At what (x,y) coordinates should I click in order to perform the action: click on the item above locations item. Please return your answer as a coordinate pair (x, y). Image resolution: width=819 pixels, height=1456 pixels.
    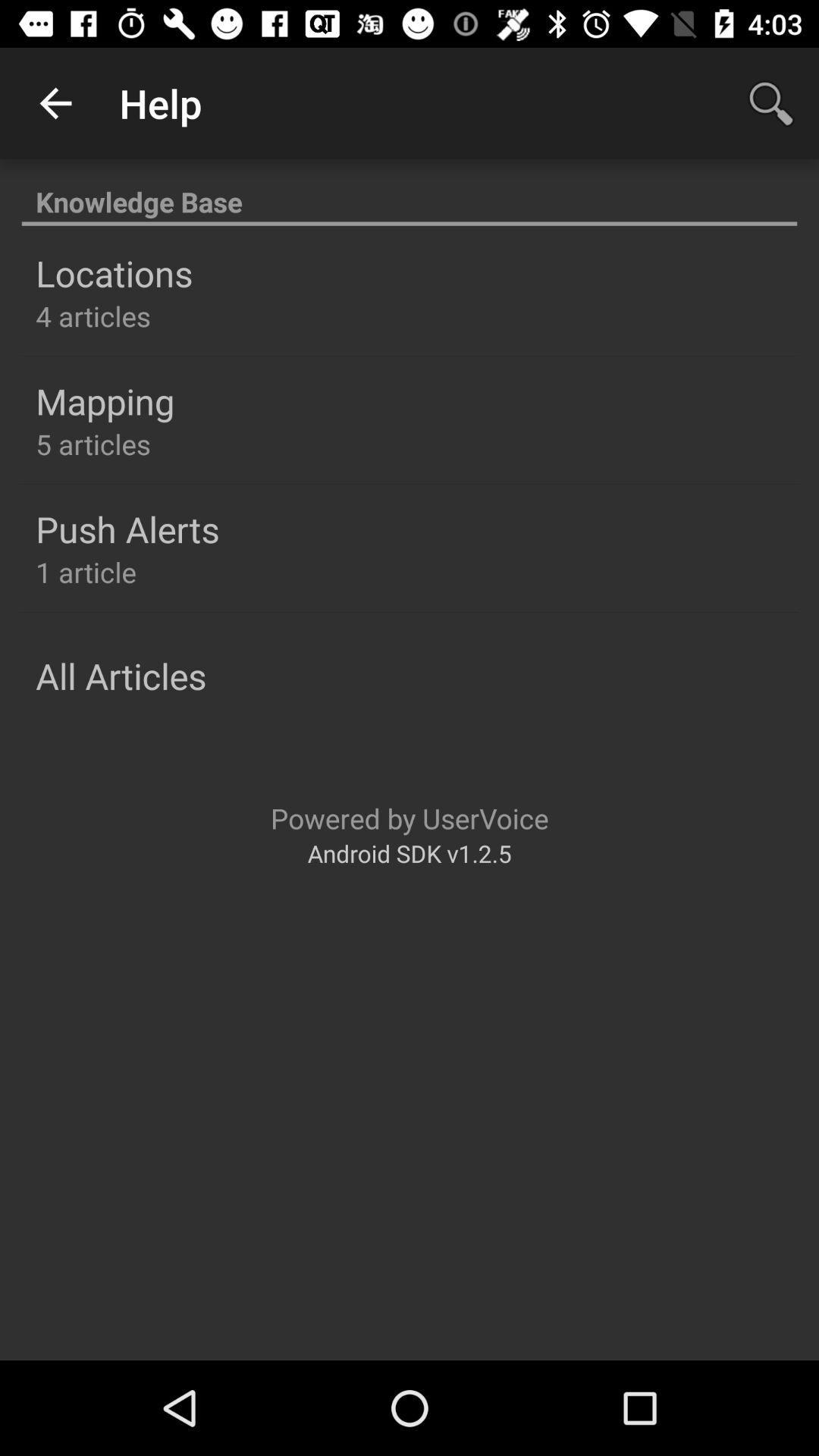
    Looking at the image, I should click on (409, 193).